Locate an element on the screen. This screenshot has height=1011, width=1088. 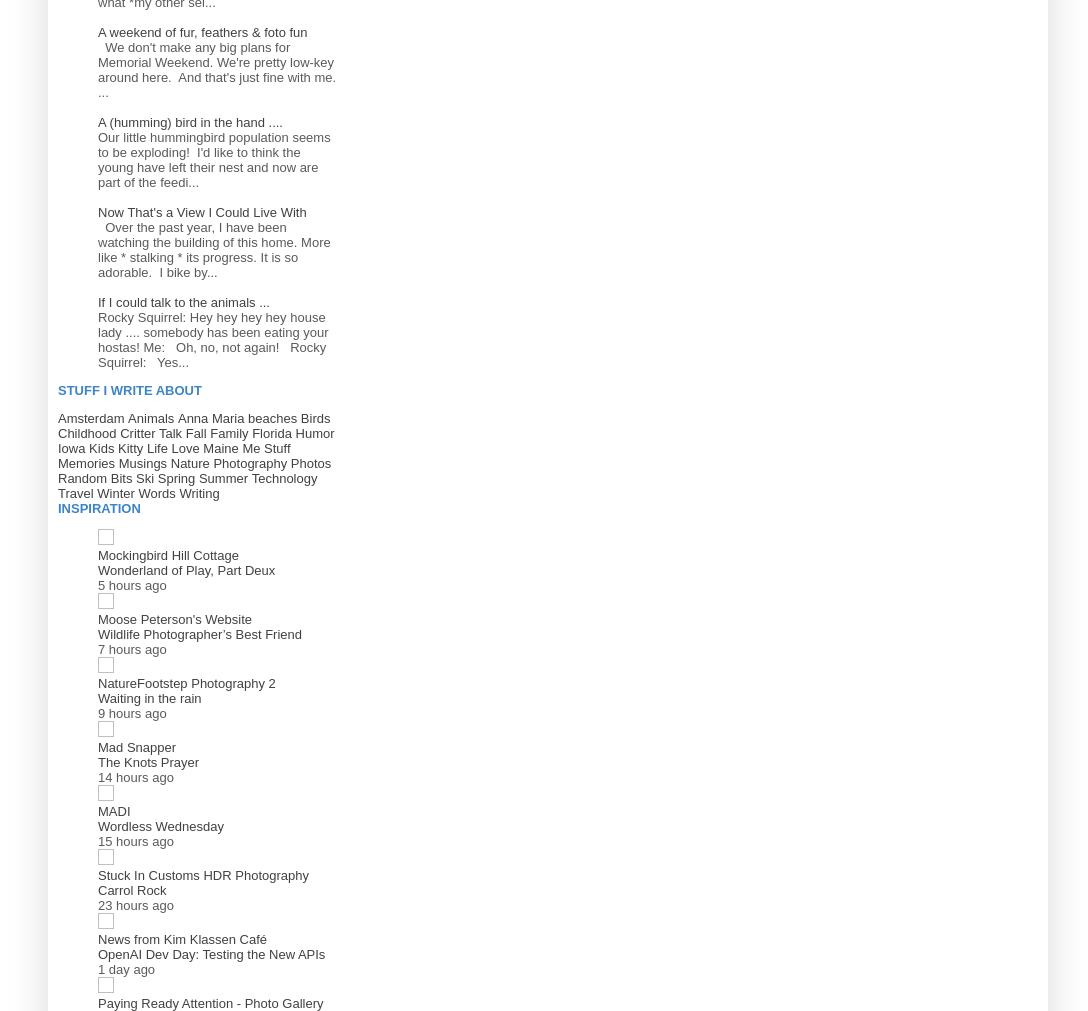
'1 day ago' is located at coordinates (126, 968).